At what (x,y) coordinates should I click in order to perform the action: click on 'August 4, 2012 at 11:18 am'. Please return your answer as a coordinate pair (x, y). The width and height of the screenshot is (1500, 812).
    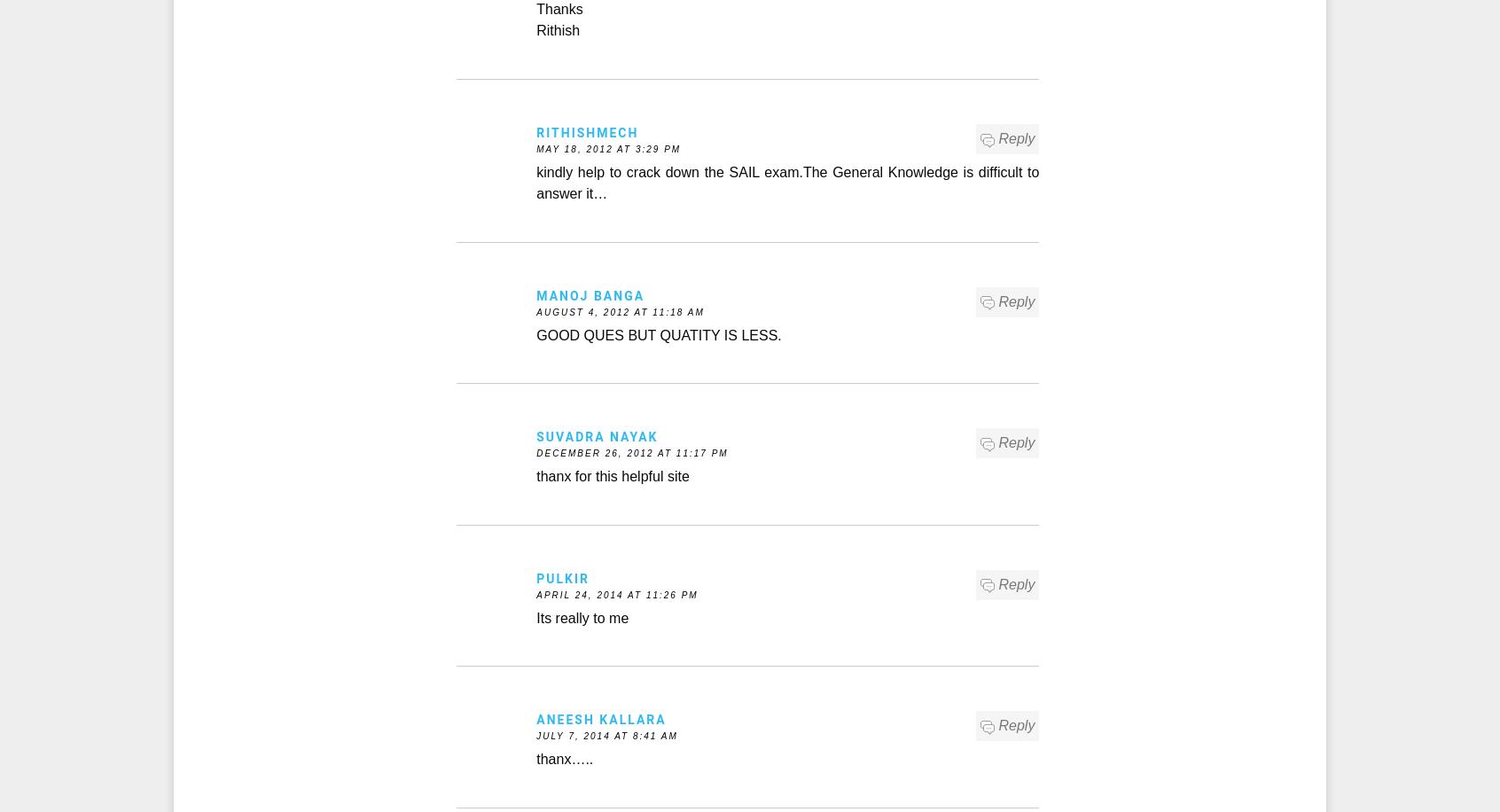
    Looking at the image, I should click on (620, 311).